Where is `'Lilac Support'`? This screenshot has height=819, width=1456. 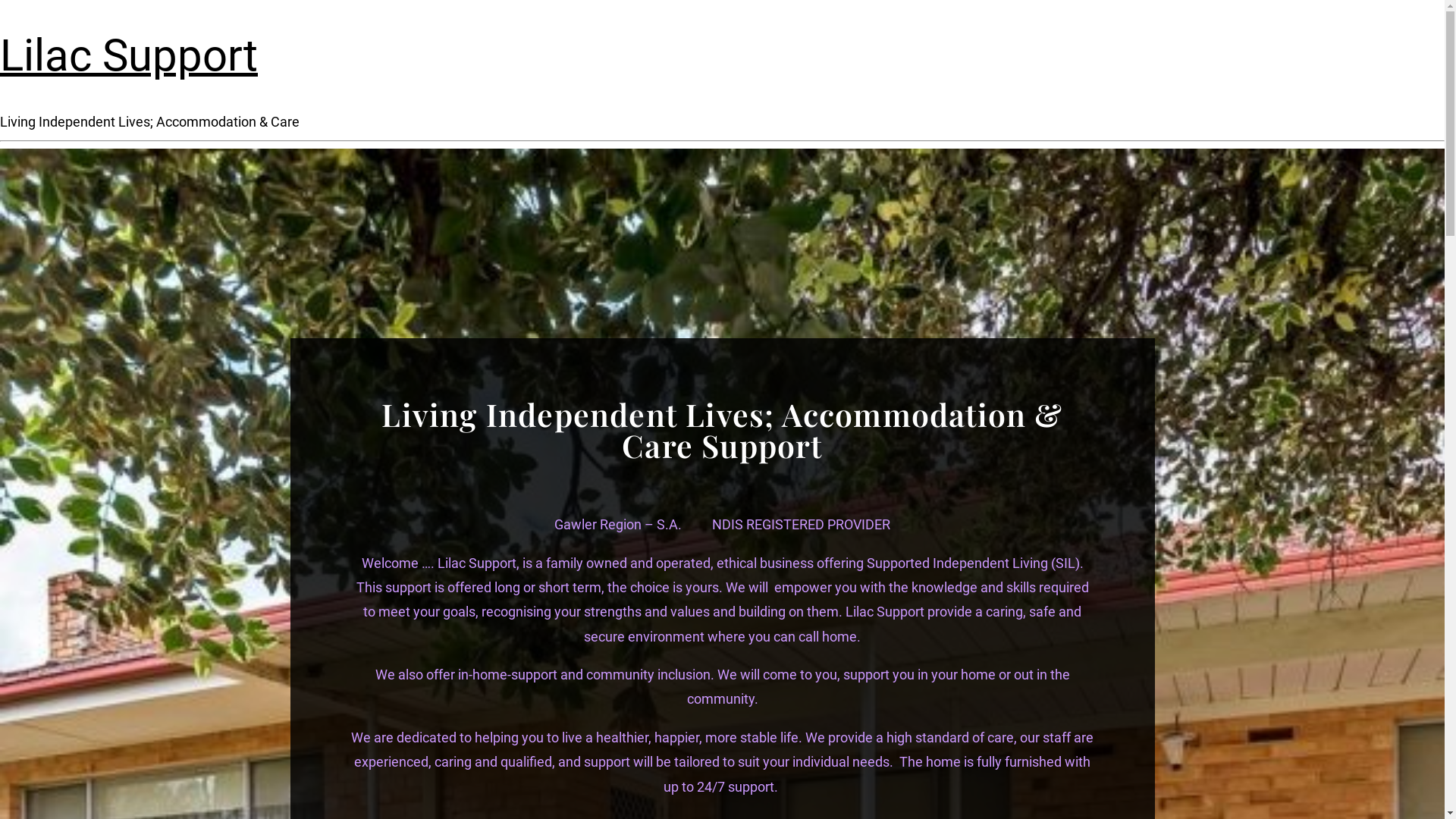 'Lilac Support' is located at coordinates (128, 55).